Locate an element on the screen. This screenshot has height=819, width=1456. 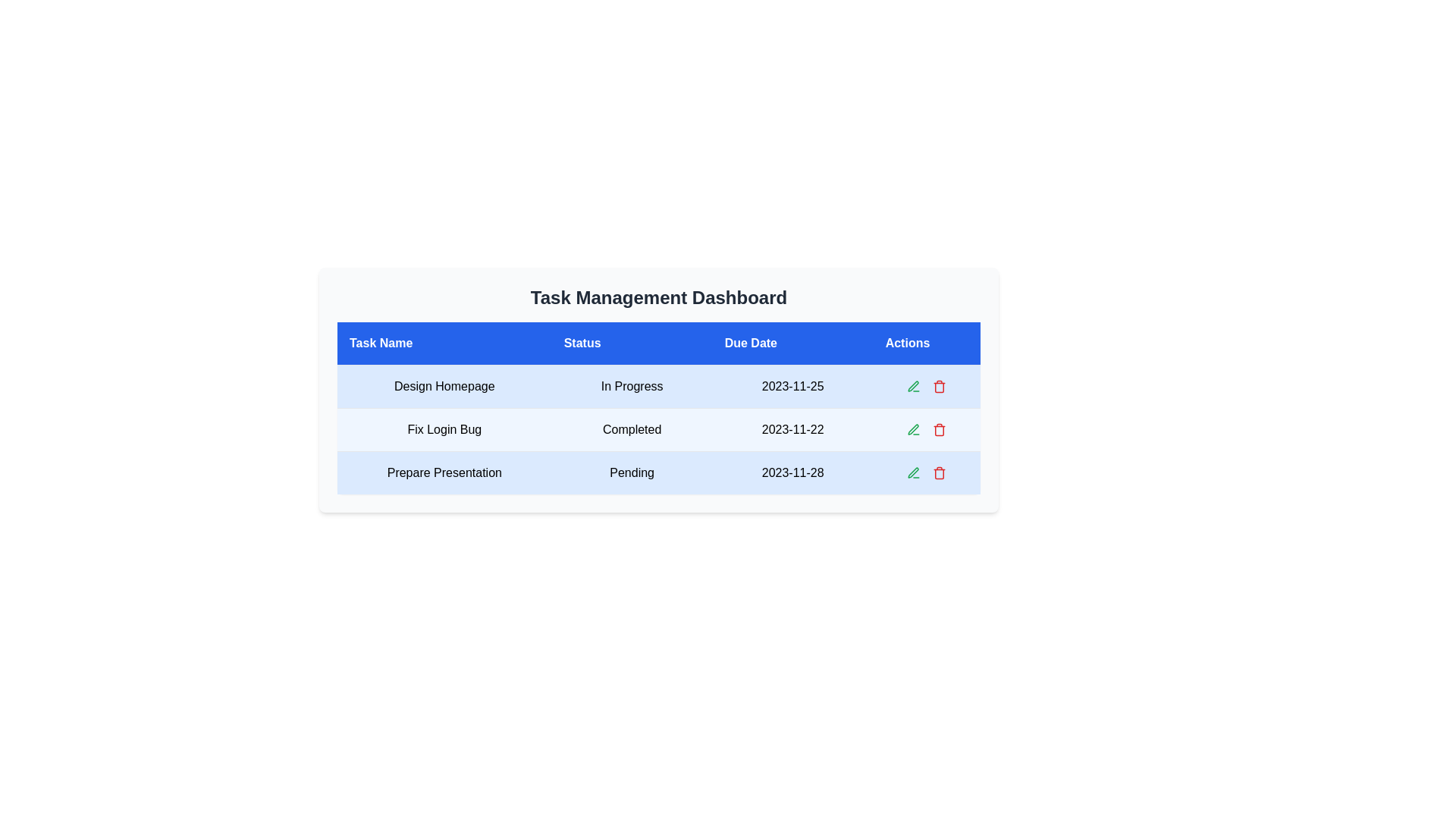
the 'Completed' text label in the second row of the 'Status' column of the table, which is centrally placed on a light blue background is located at coordinates (632, 430).